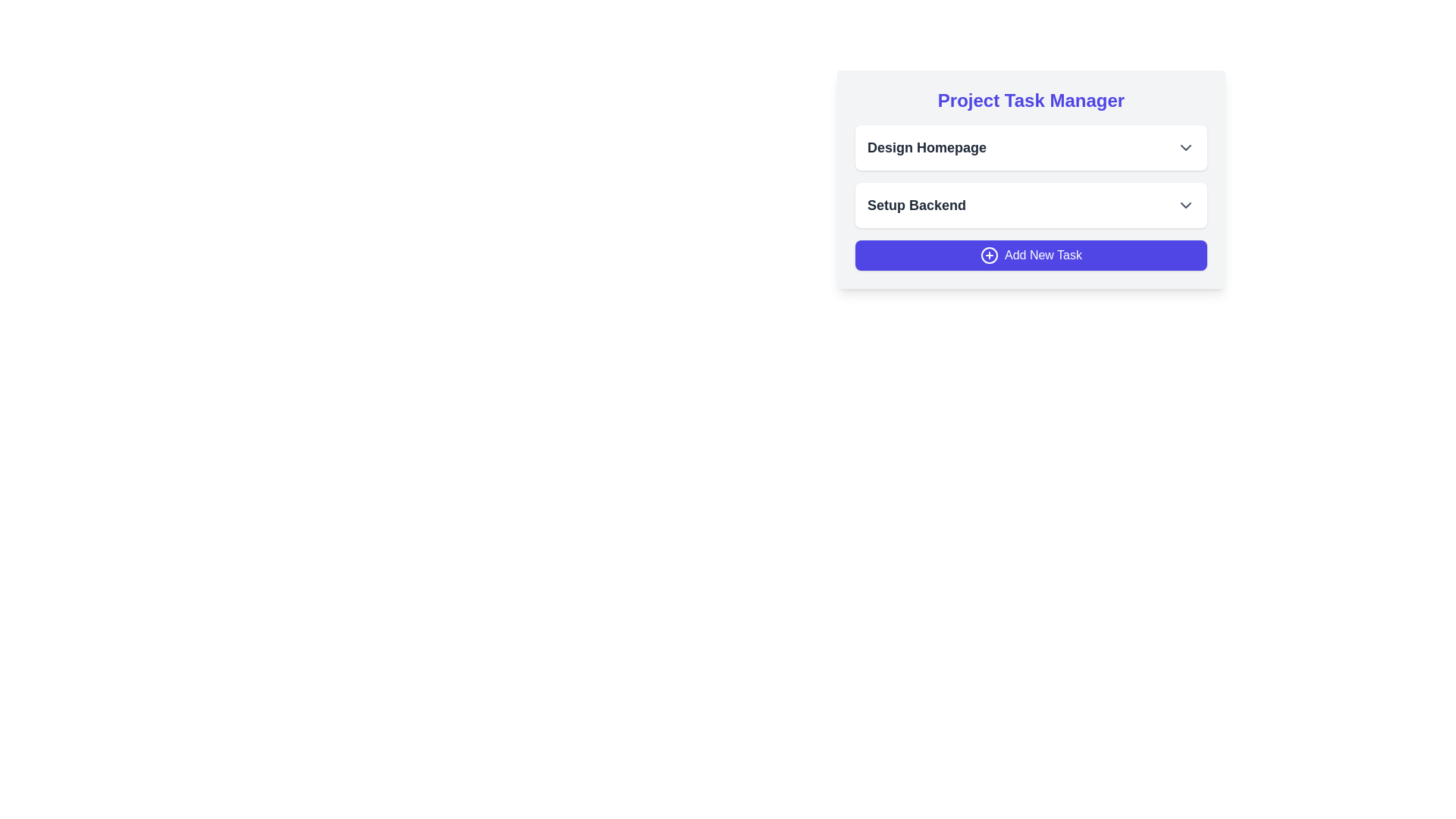 This screenshot has height=819, width=1456. I want to click on the circular SVG element that is part of the 'Add New Task' button located at the bottom right of the task list panel by clicking on it, so click(990, 254).